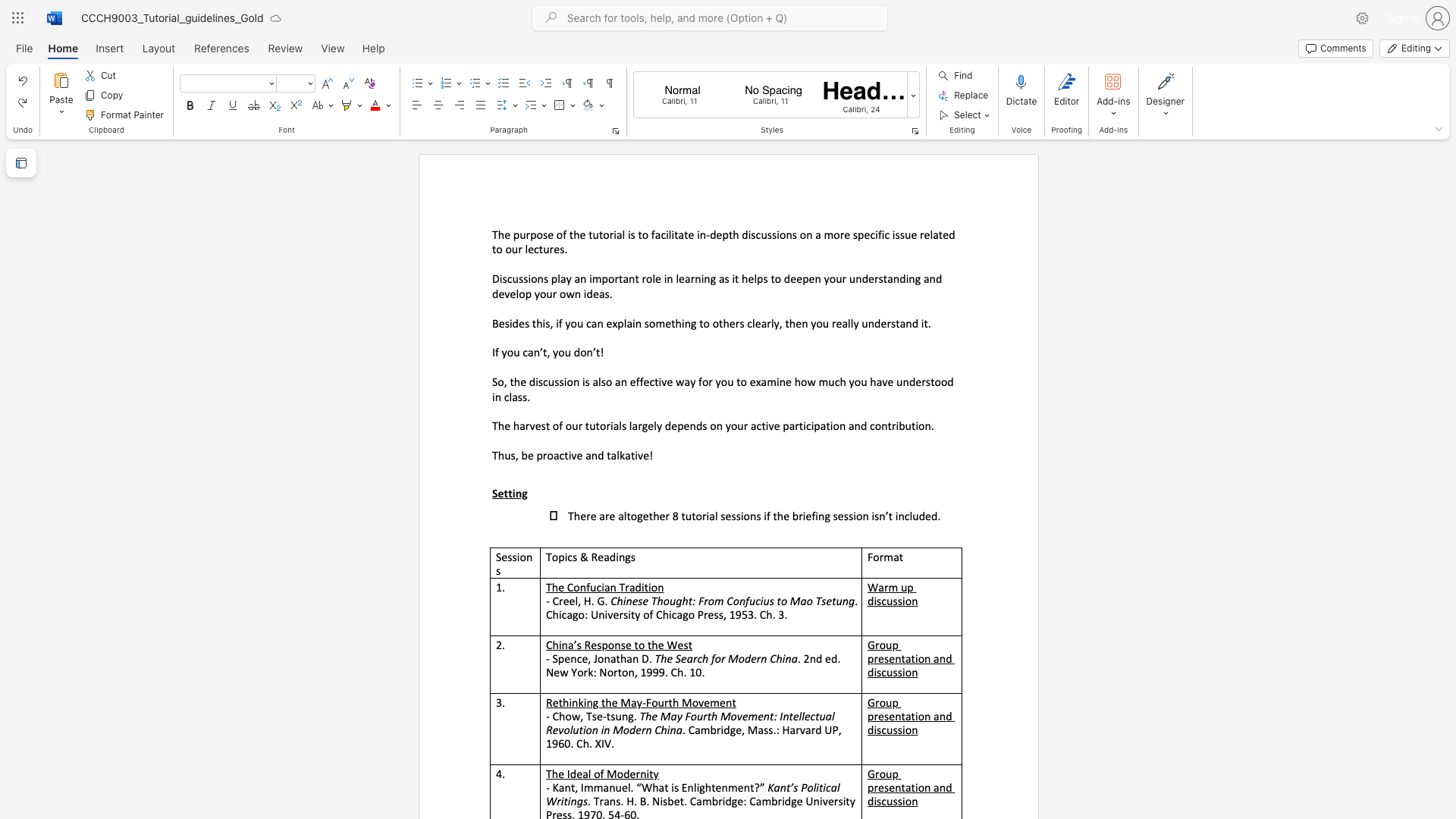  What do you see at coordinates (498, 293) in the screenshot?
I see `the subset text "evel" within the text "Discussions play an important role in learning as it helps to deepen your understanding and develop your own ideas."` at bounding box center [498, 293].